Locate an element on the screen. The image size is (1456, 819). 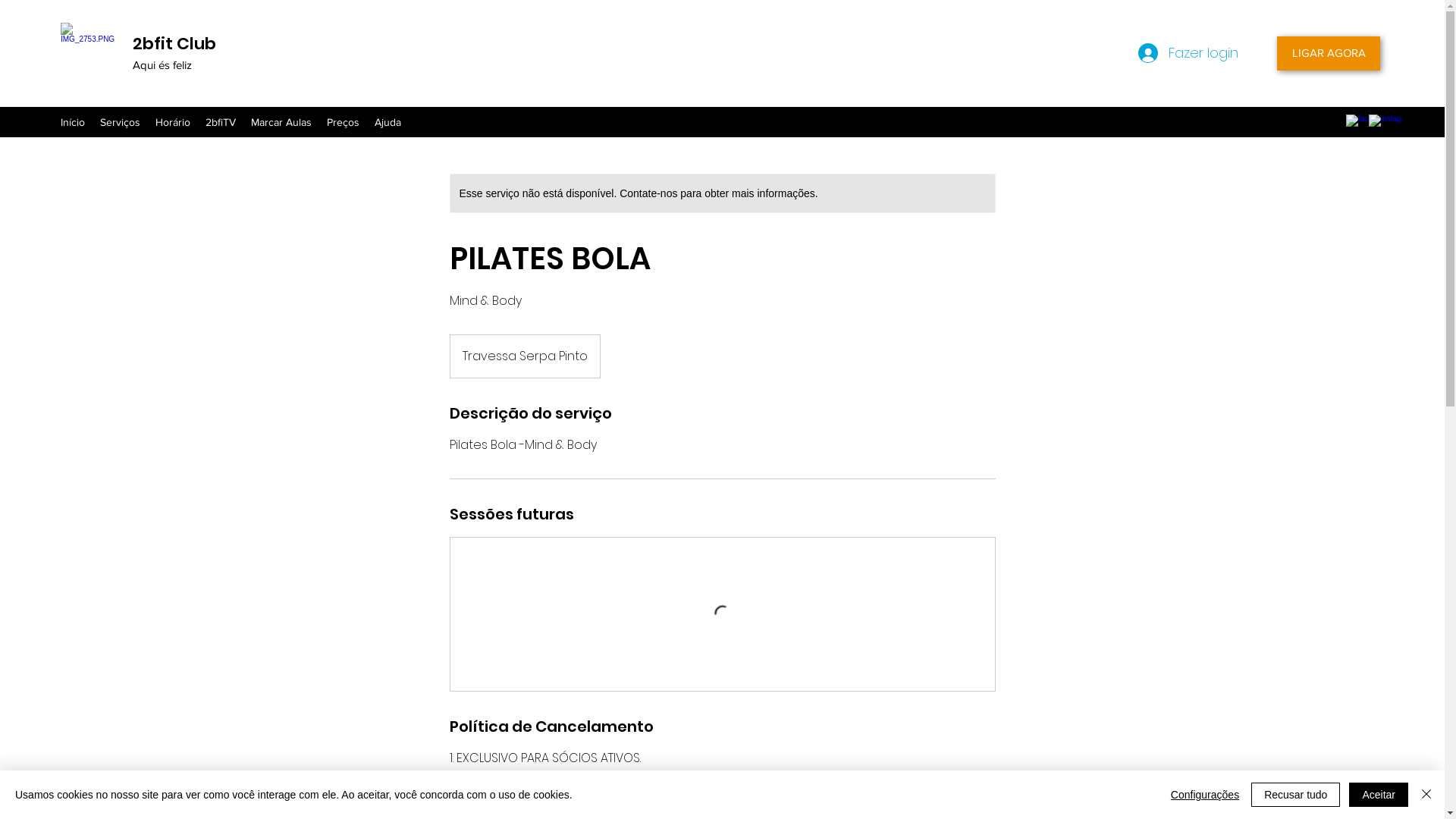
'Marcar Aulas' is located at coordinates (243, 121).